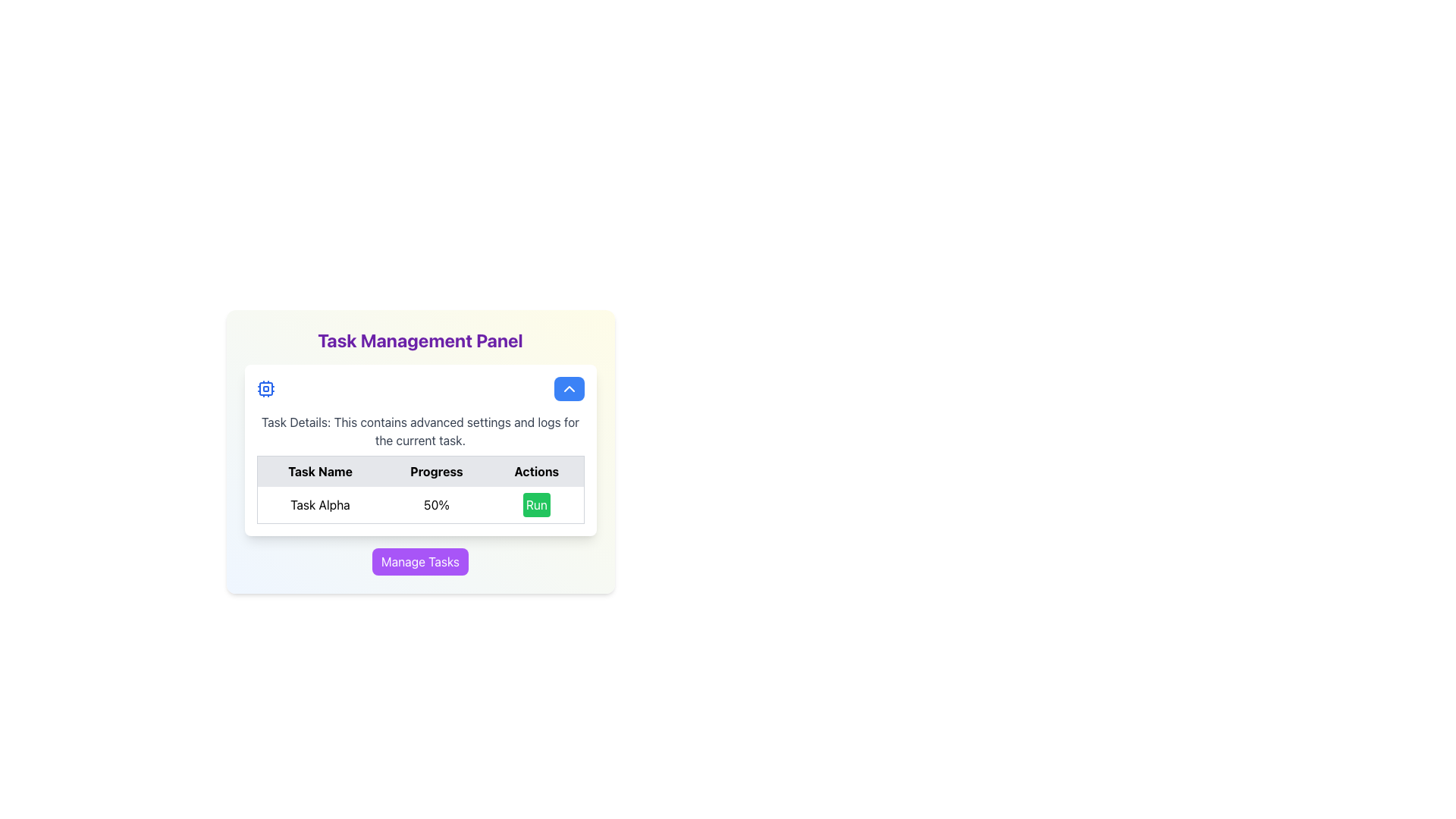 The width and height of the screenshot is (1456, 819). I want to click on the button located on the far-right of the table row under the 'Actions' column to initiate 'Task Alpha', so click(536, 505).